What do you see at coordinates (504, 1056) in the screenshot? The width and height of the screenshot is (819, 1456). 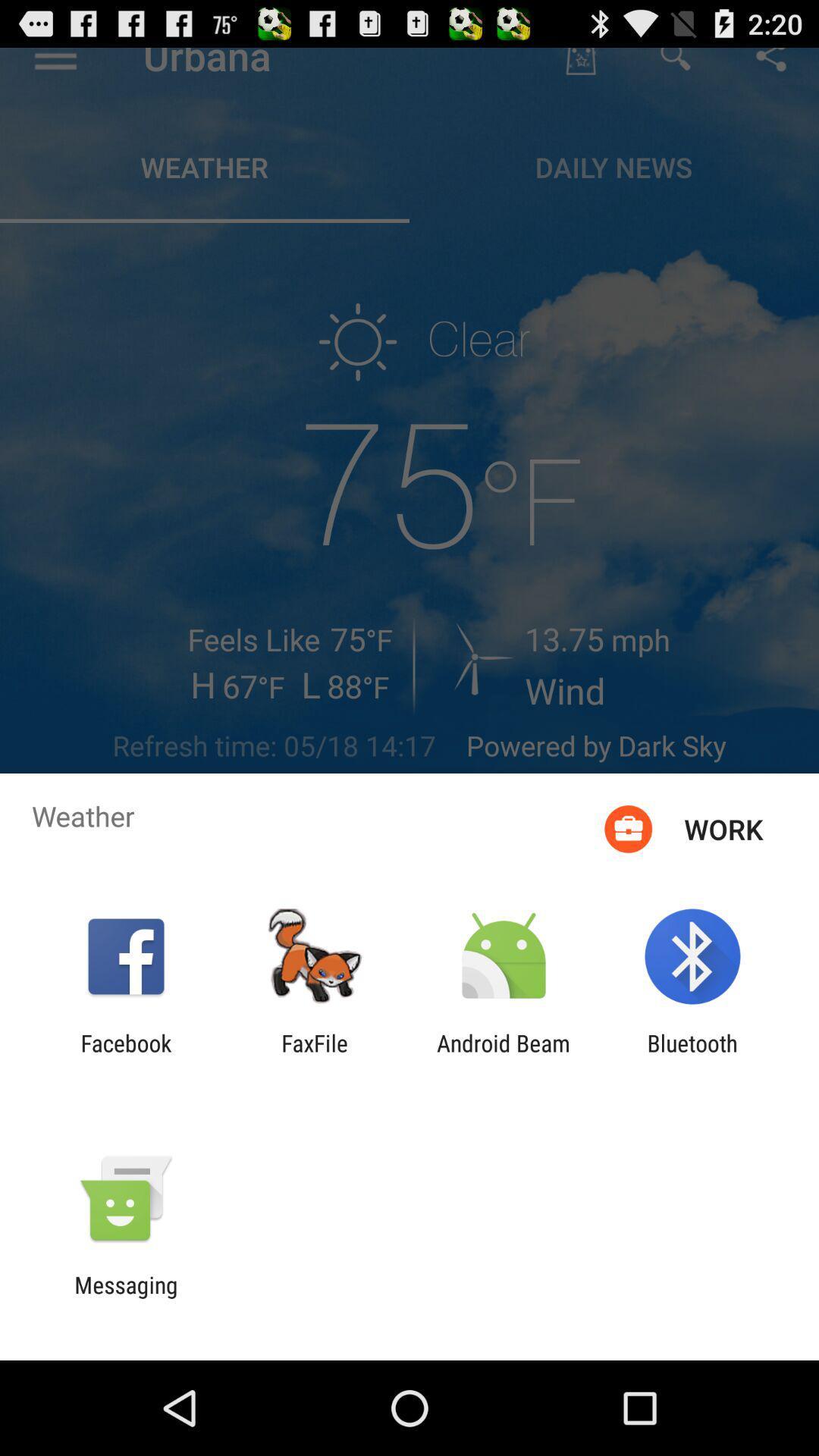 I see `the item next to bluetooth item` at bounding box center [504, 1056].